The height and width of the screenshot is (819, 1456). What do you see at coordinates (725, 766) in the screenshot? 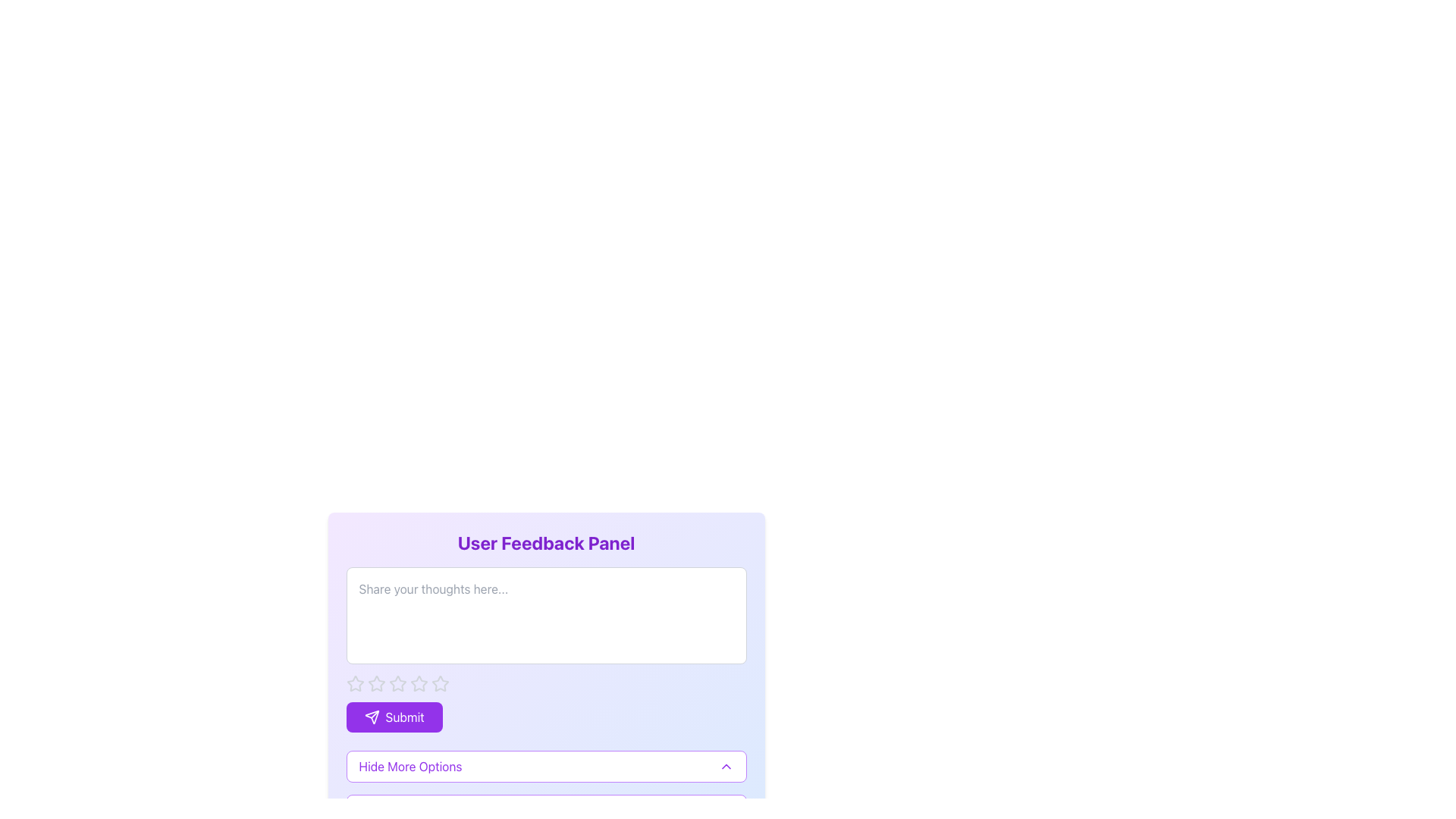
I see `the upward-facing chevron icon located at the far right end of the 'Hide More Options' button at the bottom of the visible panel` at bounding box center [725, 766].